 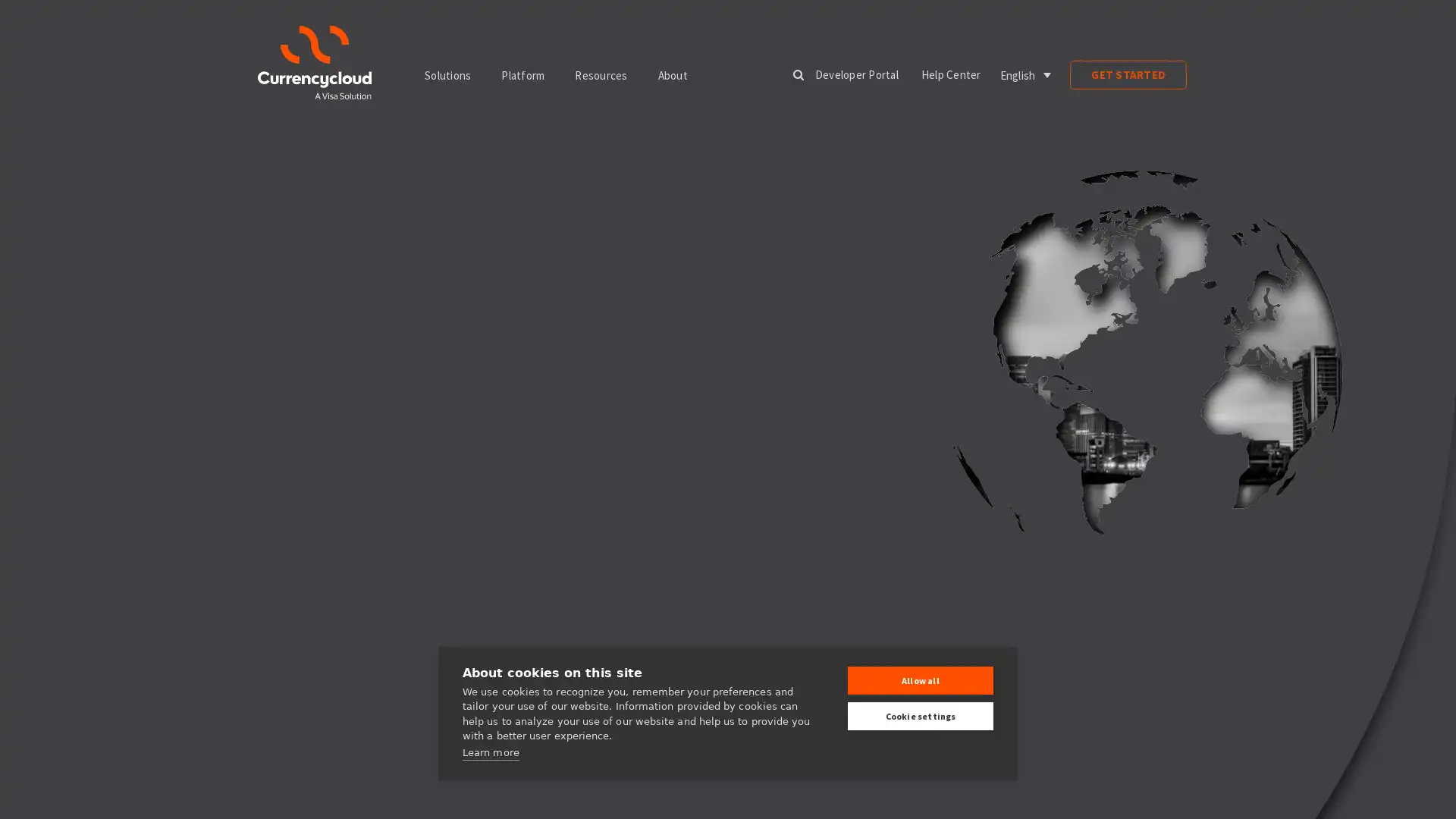 I want to click on Allow all, so click(x=920, y=679).